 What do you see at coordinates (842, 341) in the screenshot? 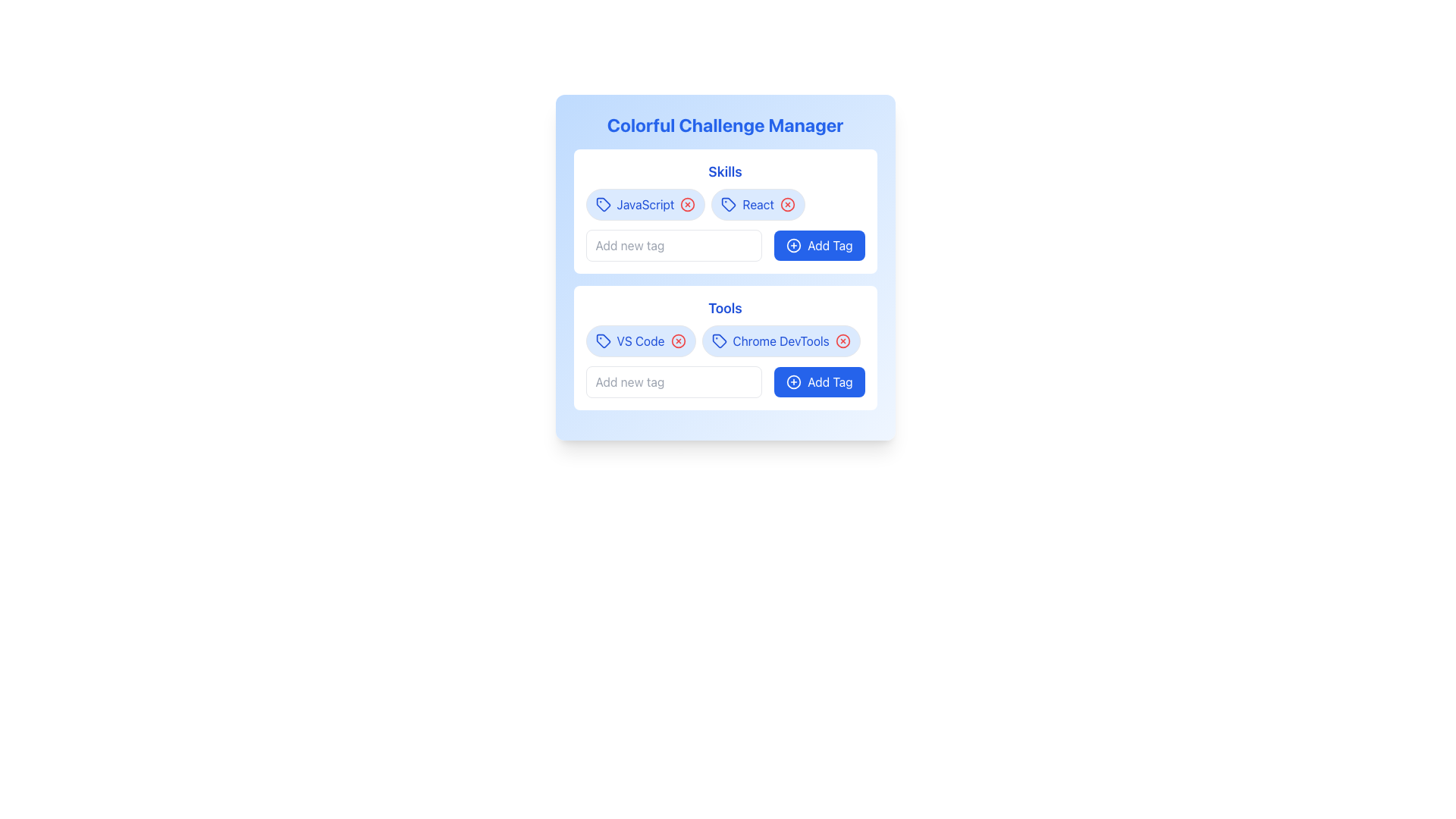
I see `the SVG circle located in the top-right corner of the 'Chrome DevTools' tag within the 'Tools' section, which indicates a removable status for the tag` at bounding box center [842, 341].